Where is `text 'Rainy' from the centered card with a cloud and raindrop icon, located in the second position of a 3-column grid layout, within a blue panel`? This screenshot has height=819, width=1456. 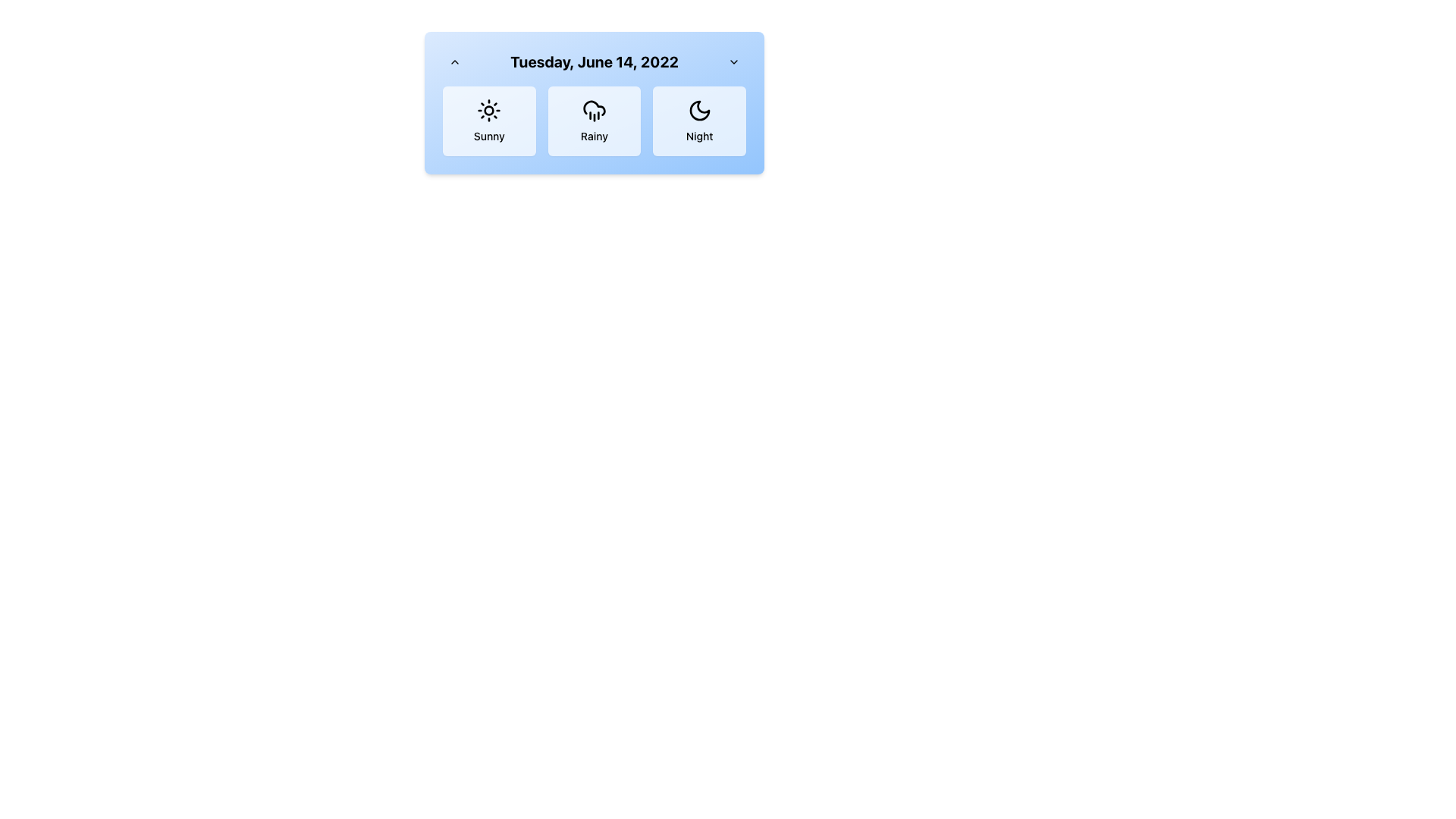 text 'Rainy' from the centered card with a cloud and raindrop icon, located in the second position of a 3-column grid layout, within a blue panel is located at coordinates (593, 120).